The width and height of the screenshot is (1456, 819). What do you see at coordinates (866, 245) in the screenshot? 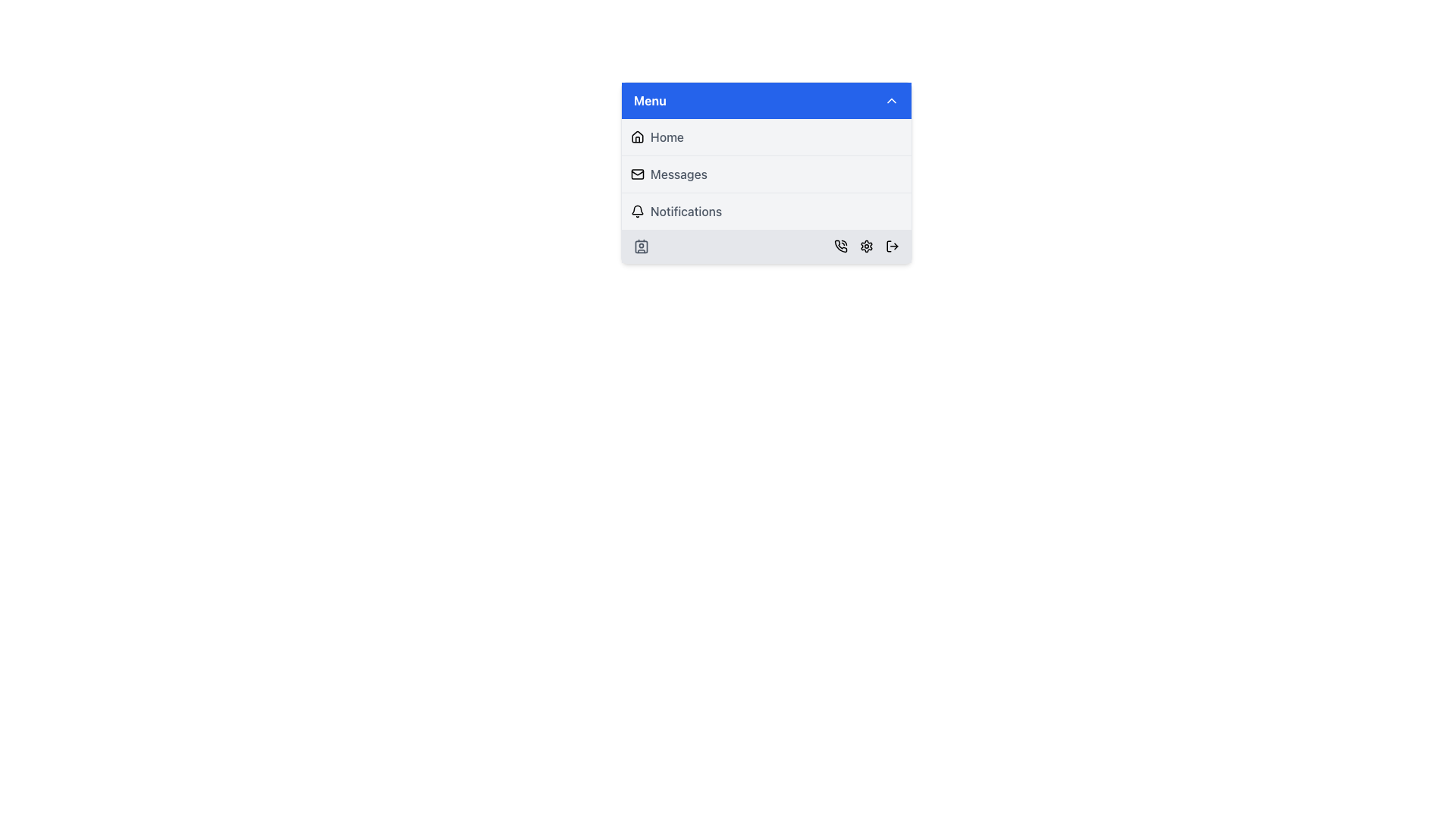
I see `the Settings icon located in the bottom row of icons in the dropdown menu under the 'Menu' heading` at bounding box center [866, 245].